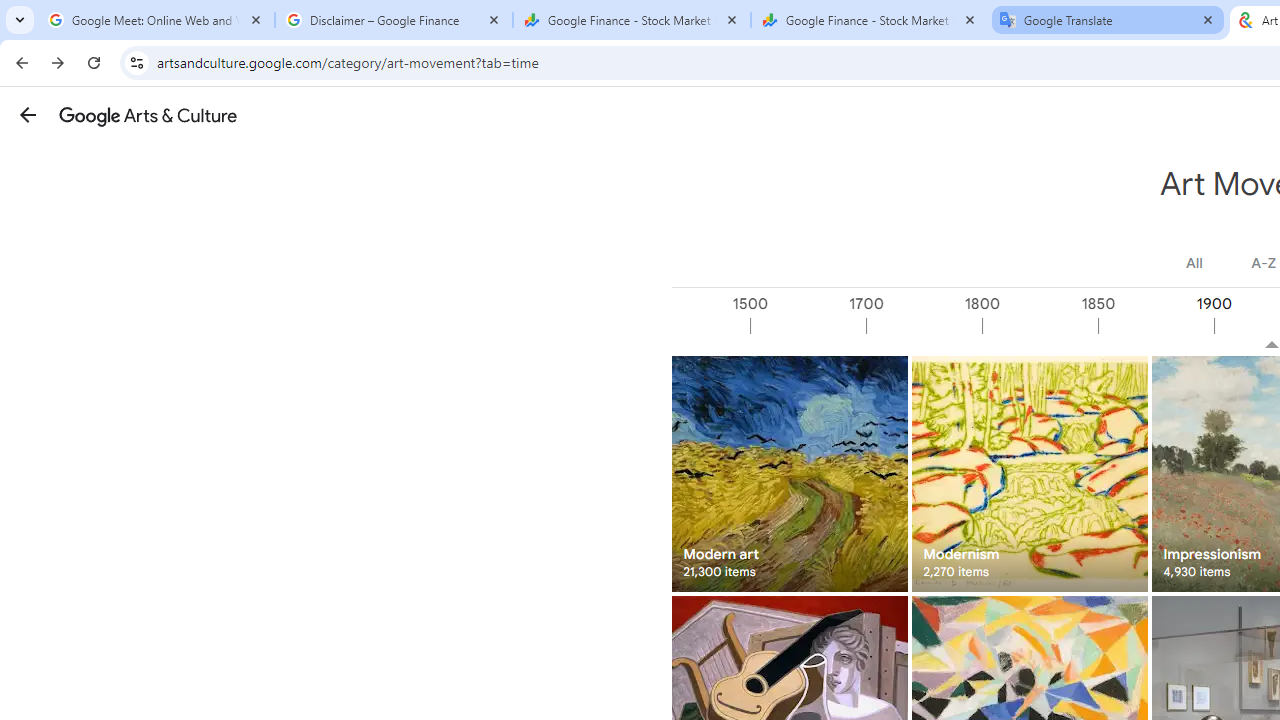 The width and height of the screenshot is (1280, 720). What do you see at coordinates (922, 325) in the screenshot?
I see `'1700'` at bounding box center [922, 325].